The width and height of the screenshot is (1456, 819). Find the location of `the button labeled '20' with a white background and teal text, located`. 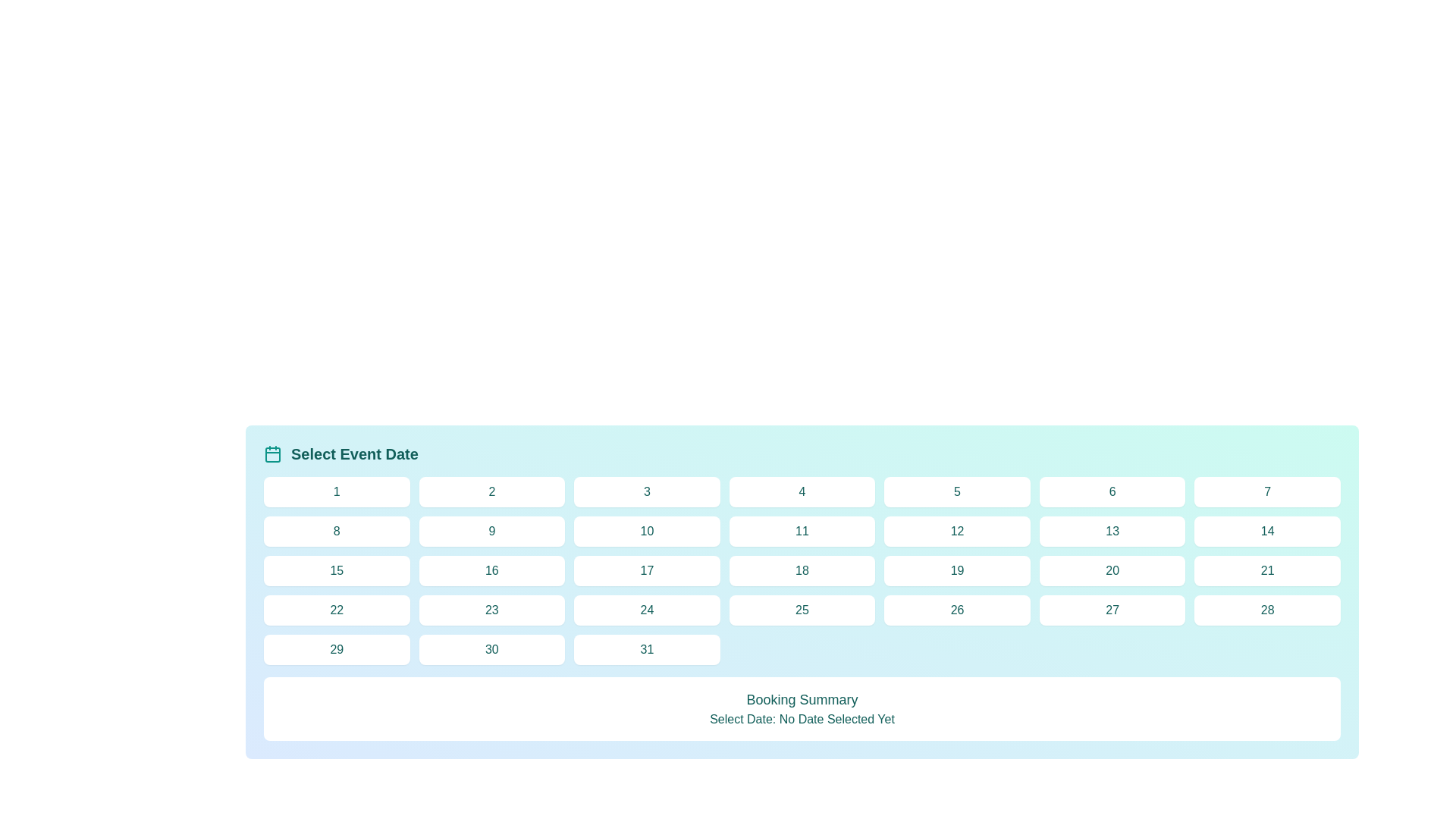

the button labeled '20' with a white background and teal text, located is located at coordinates (1112, 570).